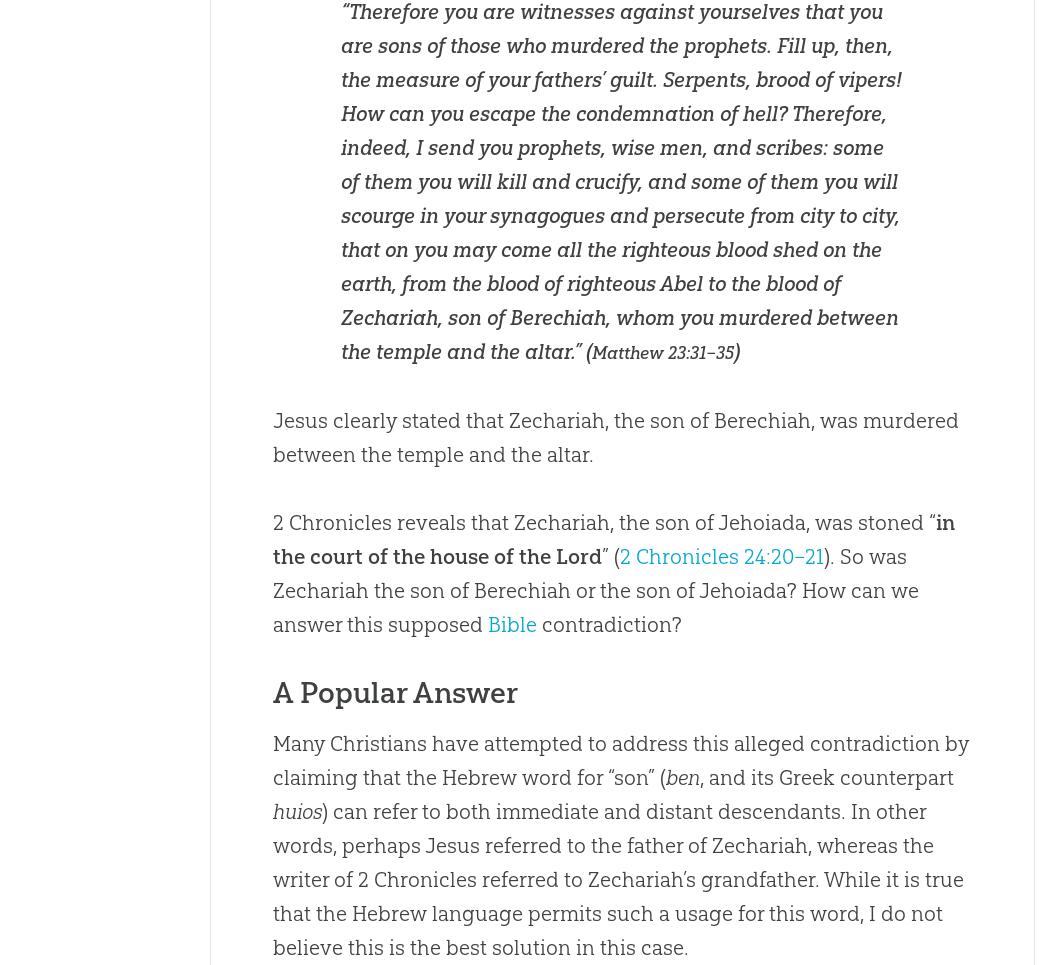  What do you see at coordinates (661, 352) in the screenshot?
I see `'Matthew 23:31–35'` at bounding box center [661, 352].